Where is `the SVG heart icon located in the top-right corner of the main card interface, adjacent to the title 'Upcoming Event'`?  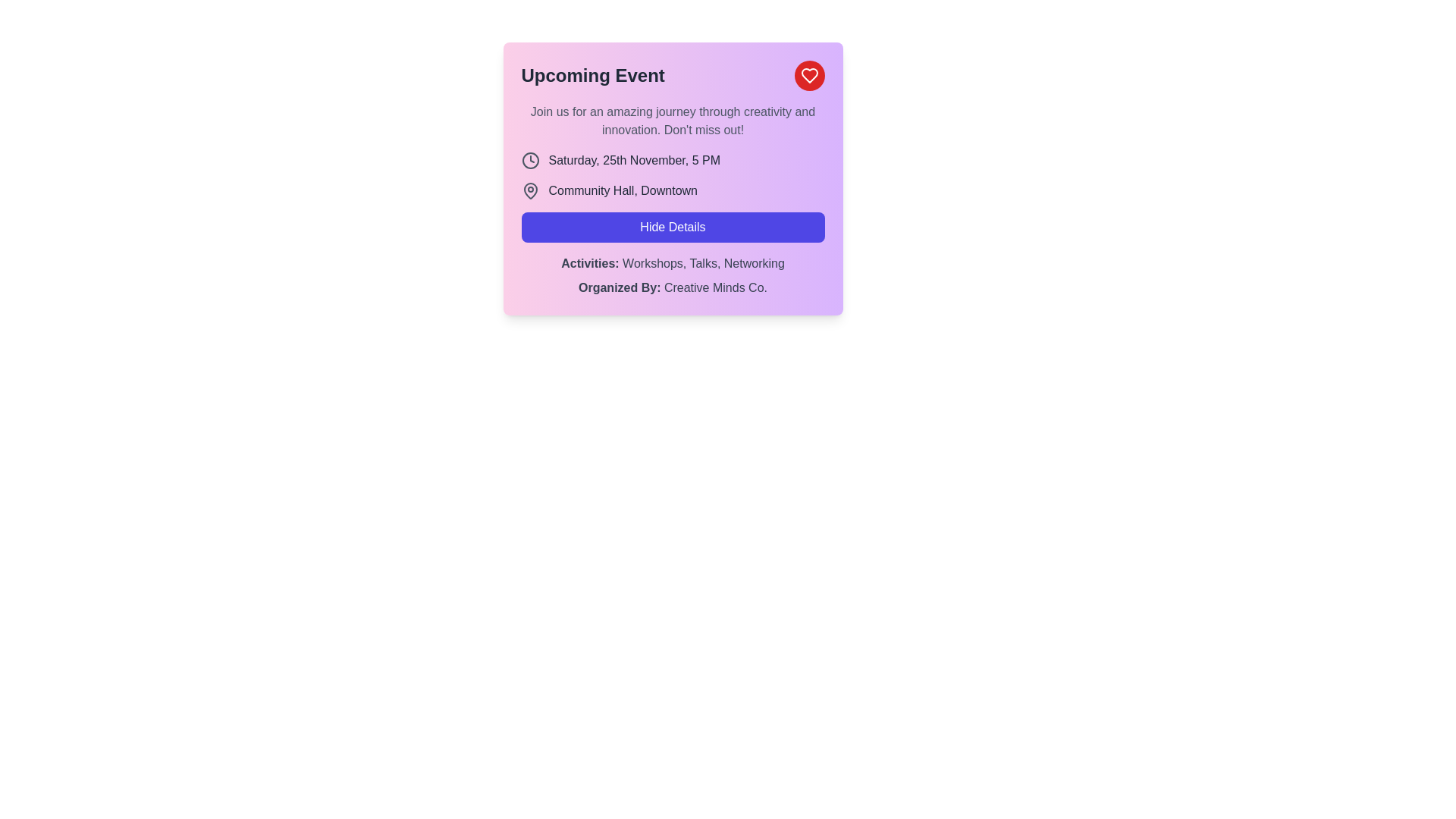 the SVG heart icon located in the top-right corner of the main card interface, adjacent to the title 'Upcoming Event' is located at coordinates (808, 76).